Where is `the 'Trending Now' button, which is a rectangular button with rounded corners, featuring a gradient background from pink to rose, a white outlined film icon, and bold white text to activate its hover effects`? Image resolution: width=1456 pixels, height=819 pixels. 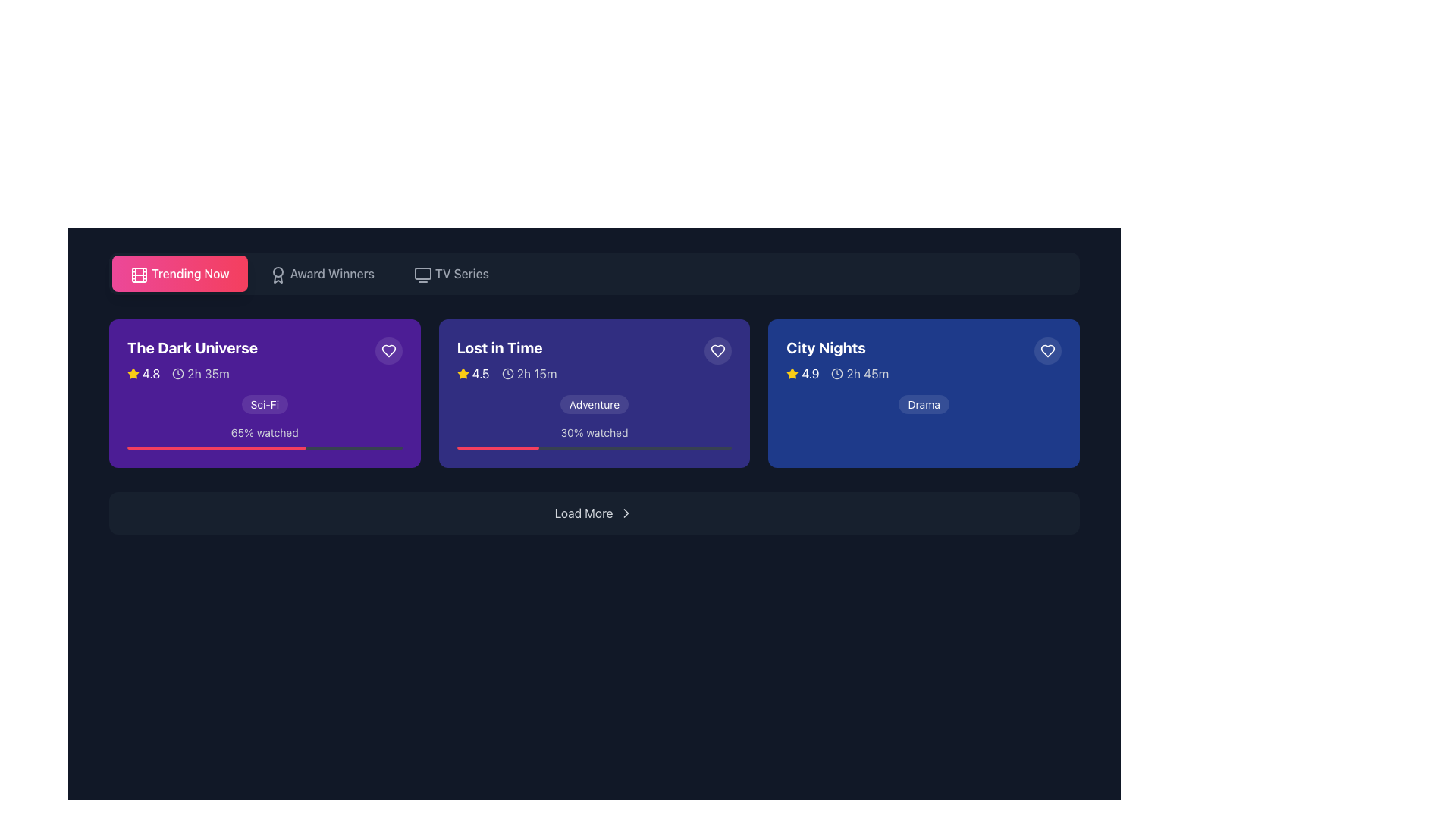 the 'Trending Now' button, which is a rectangular button with rounded corners, featuring a gradient background from pink to rose, a white outlined film icon, and bold white text to activate its hover effects is located at coordinates (180, 274).